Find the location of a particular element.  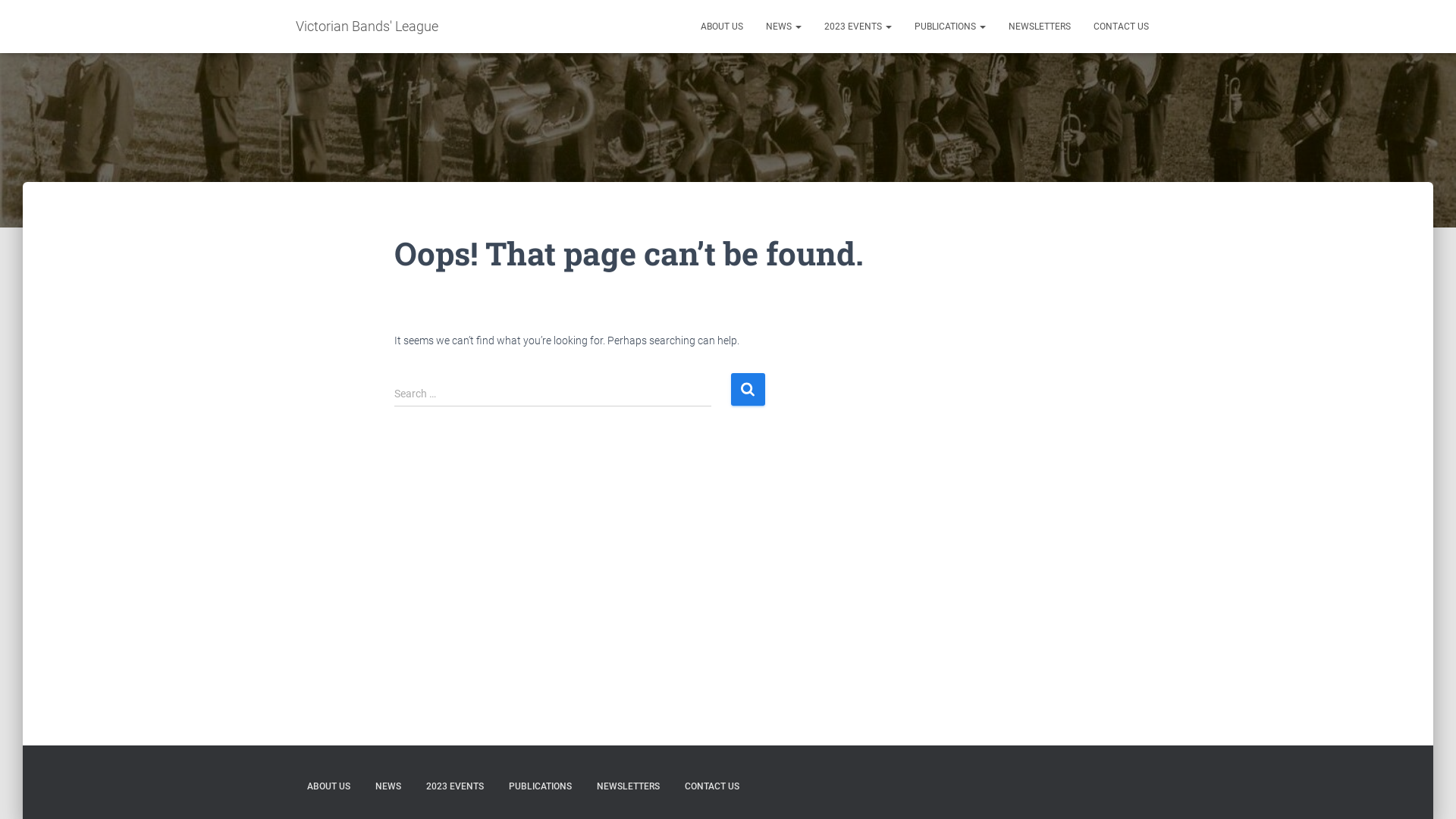

'2023 EVENTS' is located at coordinates (454, 786).